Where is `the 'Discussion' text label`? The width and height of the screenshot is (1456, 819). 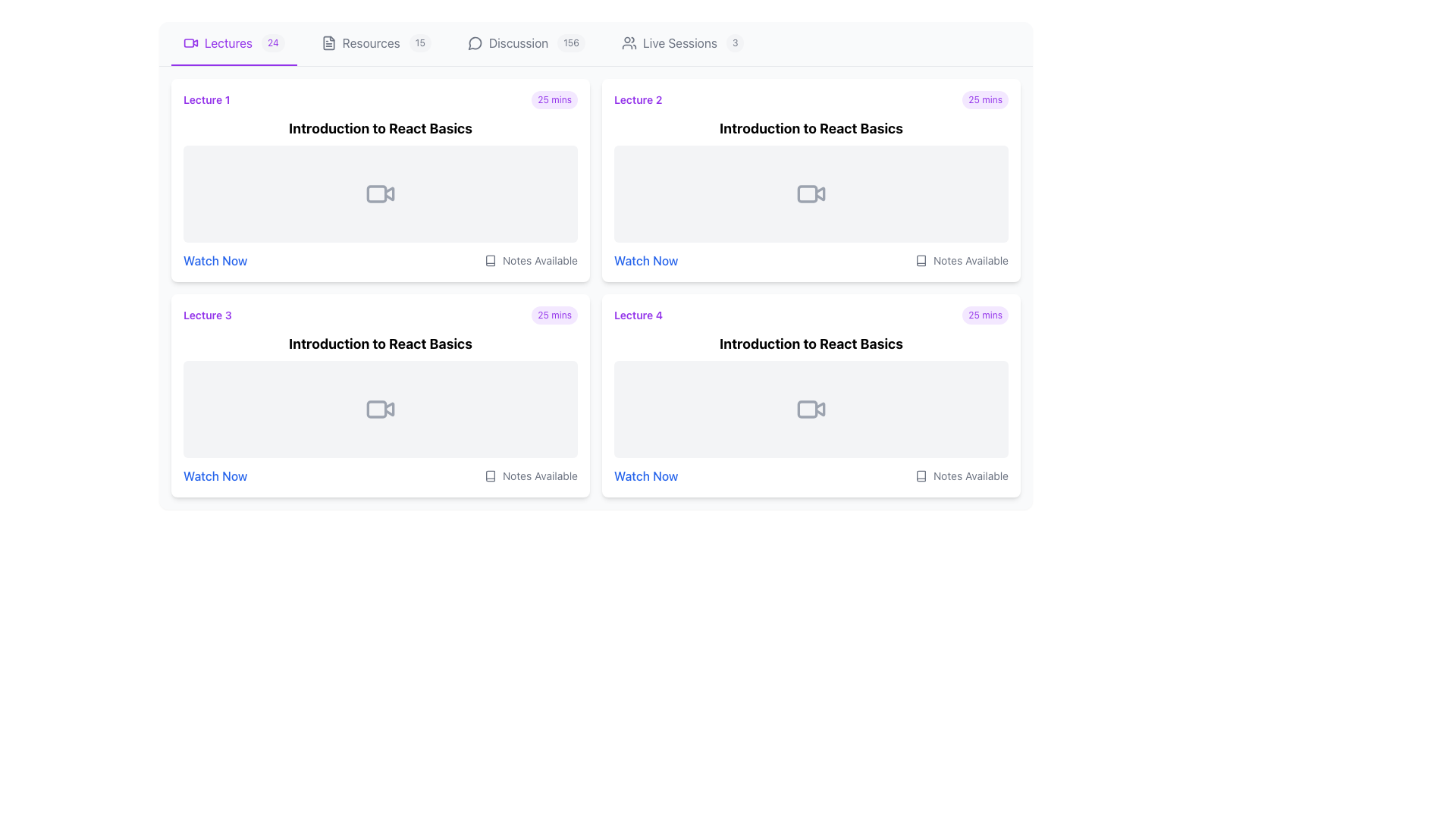
the 'Discussion' text label is located at coordinates (519, 42).